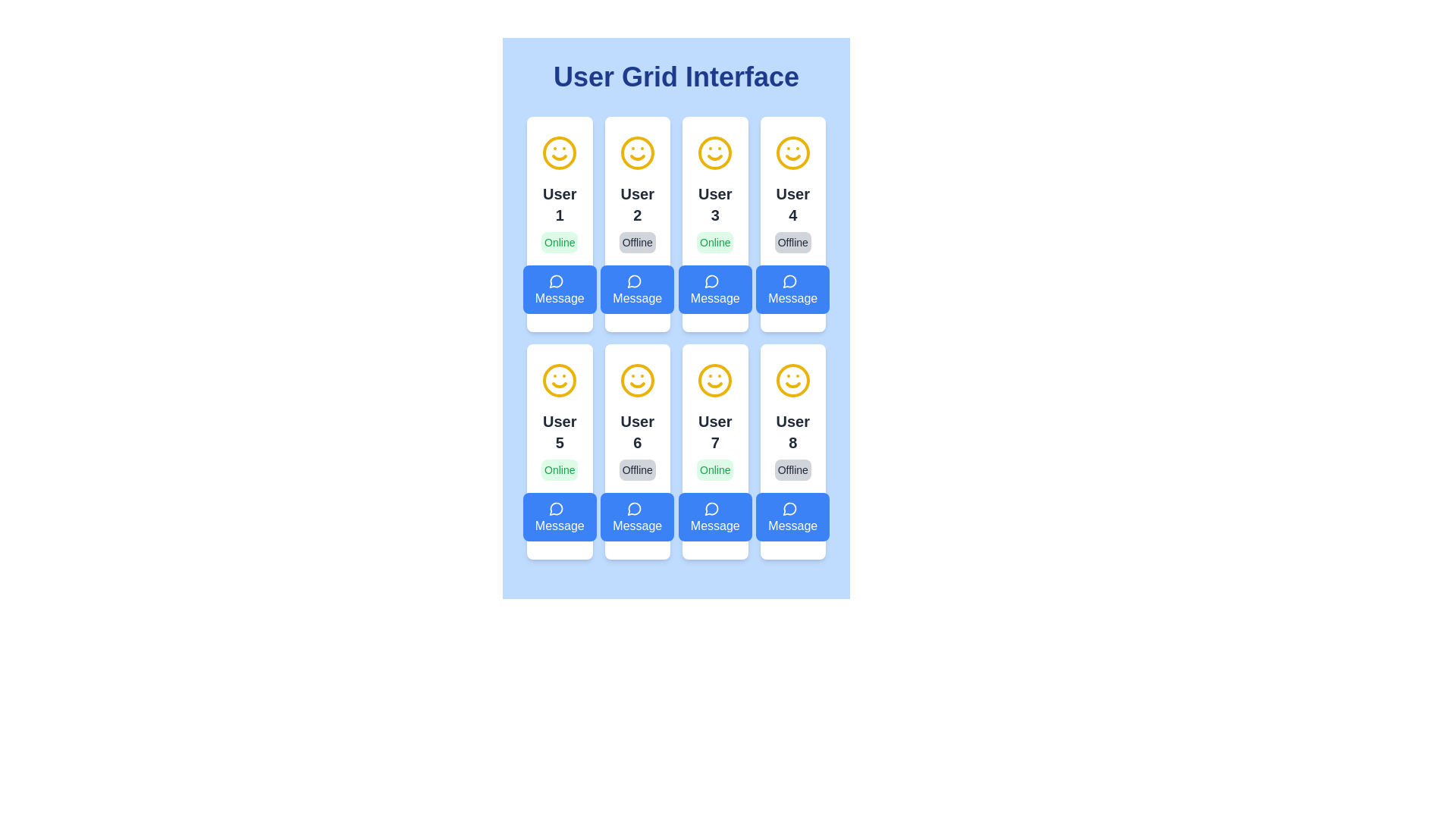 The width and height of the screenshot is (1456, 819). What do you see at coordinates (792, 379) in the screenshot?
I see `the yellow circular smiley face icon located at the top of the user card for User 8` at bounding box center [792, 379].